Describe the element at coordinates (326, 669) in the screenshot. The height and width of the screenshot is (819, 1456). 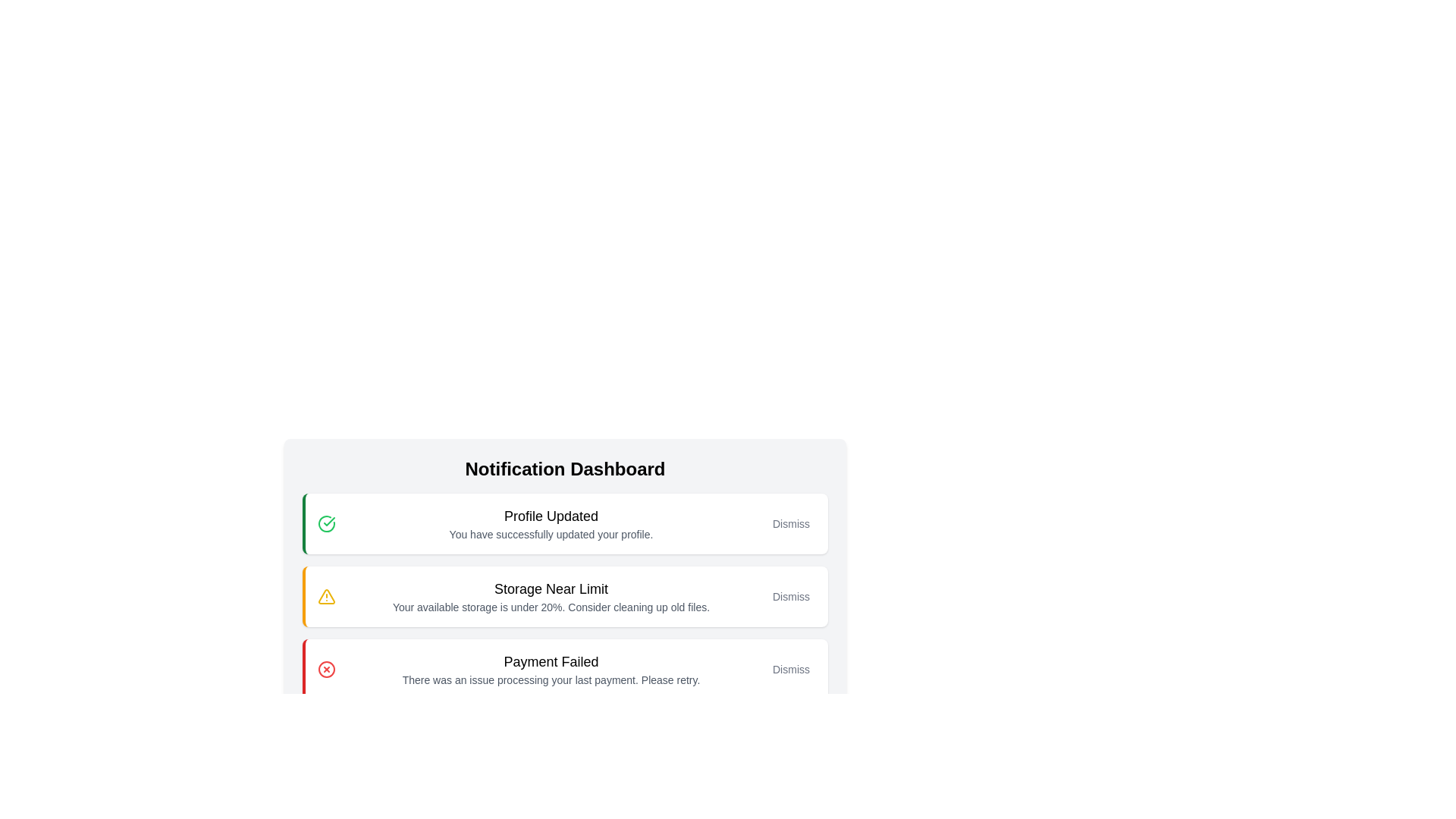
I see `the circular decorative element with a red border and white fill, which is part of the error message icon adjacent to the 'Payment Failed' notification in the Notification Dashboard` at that location.